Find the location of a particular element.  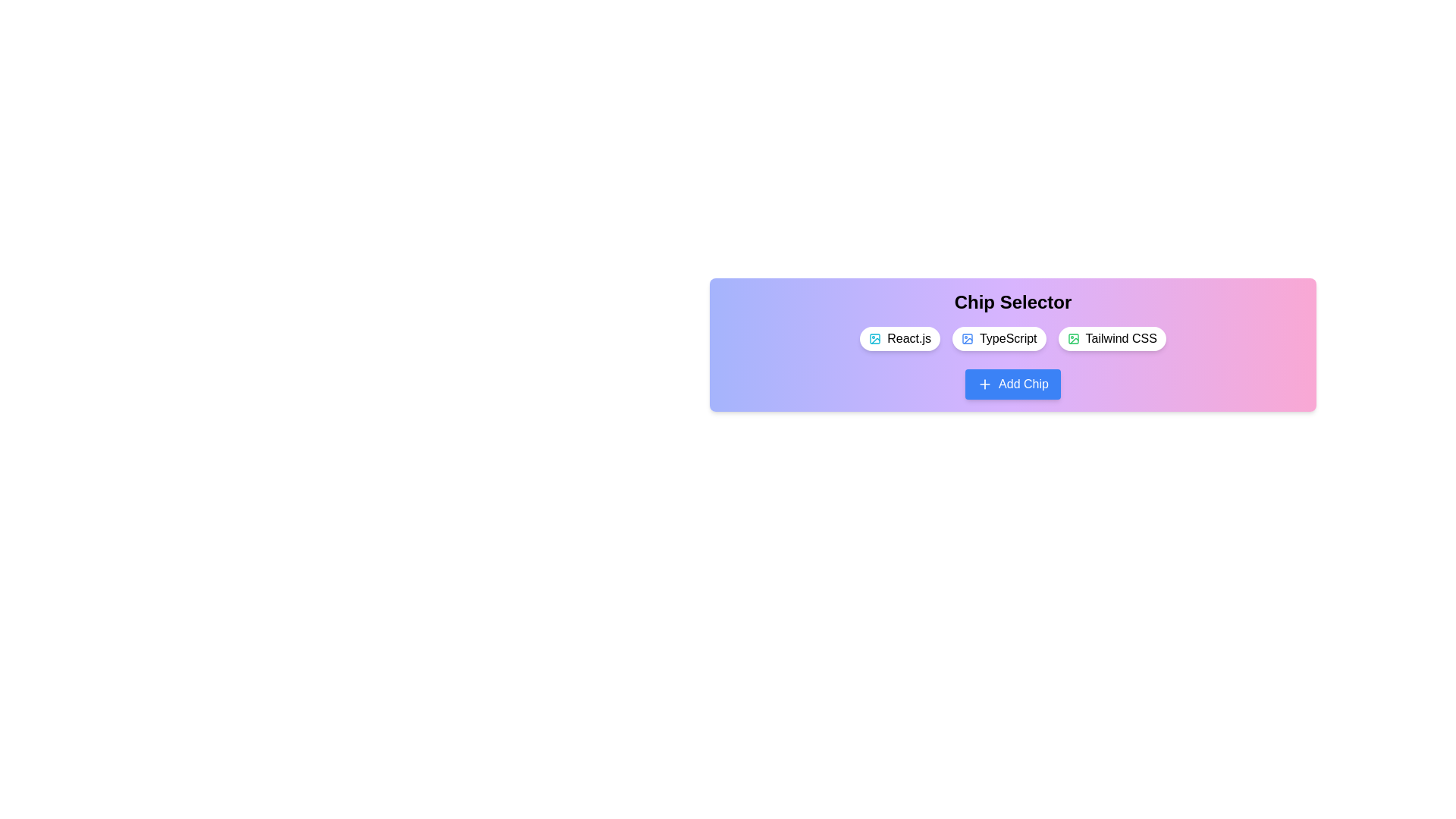

the design of the icon located within the 'Add Chip' button, which is positioned to the left of the text is located at coordinates (985, 383).